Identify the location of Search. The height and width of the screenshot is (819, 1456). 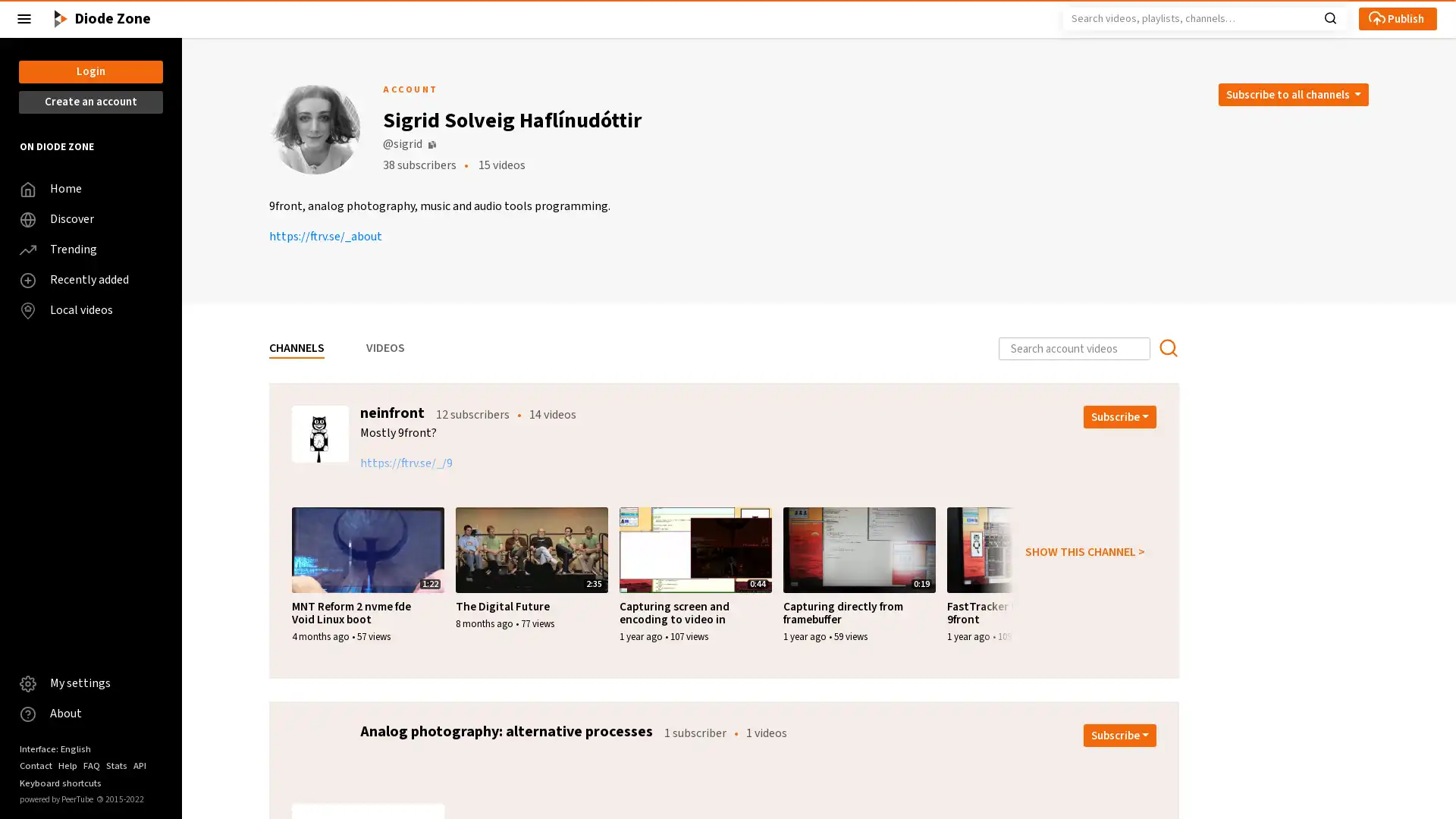
(1329, 17).